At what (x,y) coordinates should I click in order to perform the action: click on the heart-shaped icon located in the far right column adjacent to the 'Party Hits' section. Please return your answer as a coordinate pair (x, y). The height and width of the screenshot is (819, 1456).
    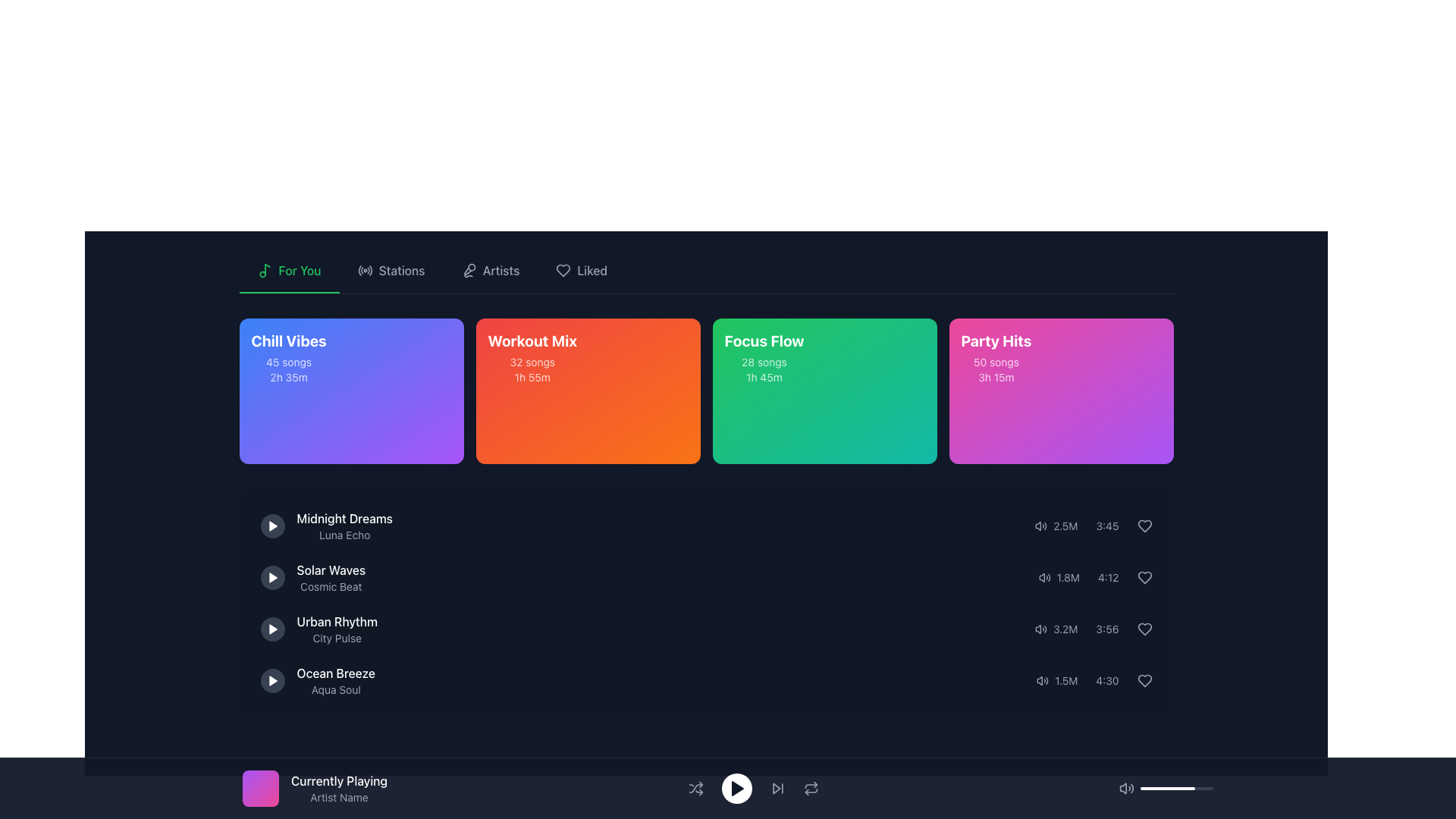
    Looking at the image, I should click on (1144, 526).